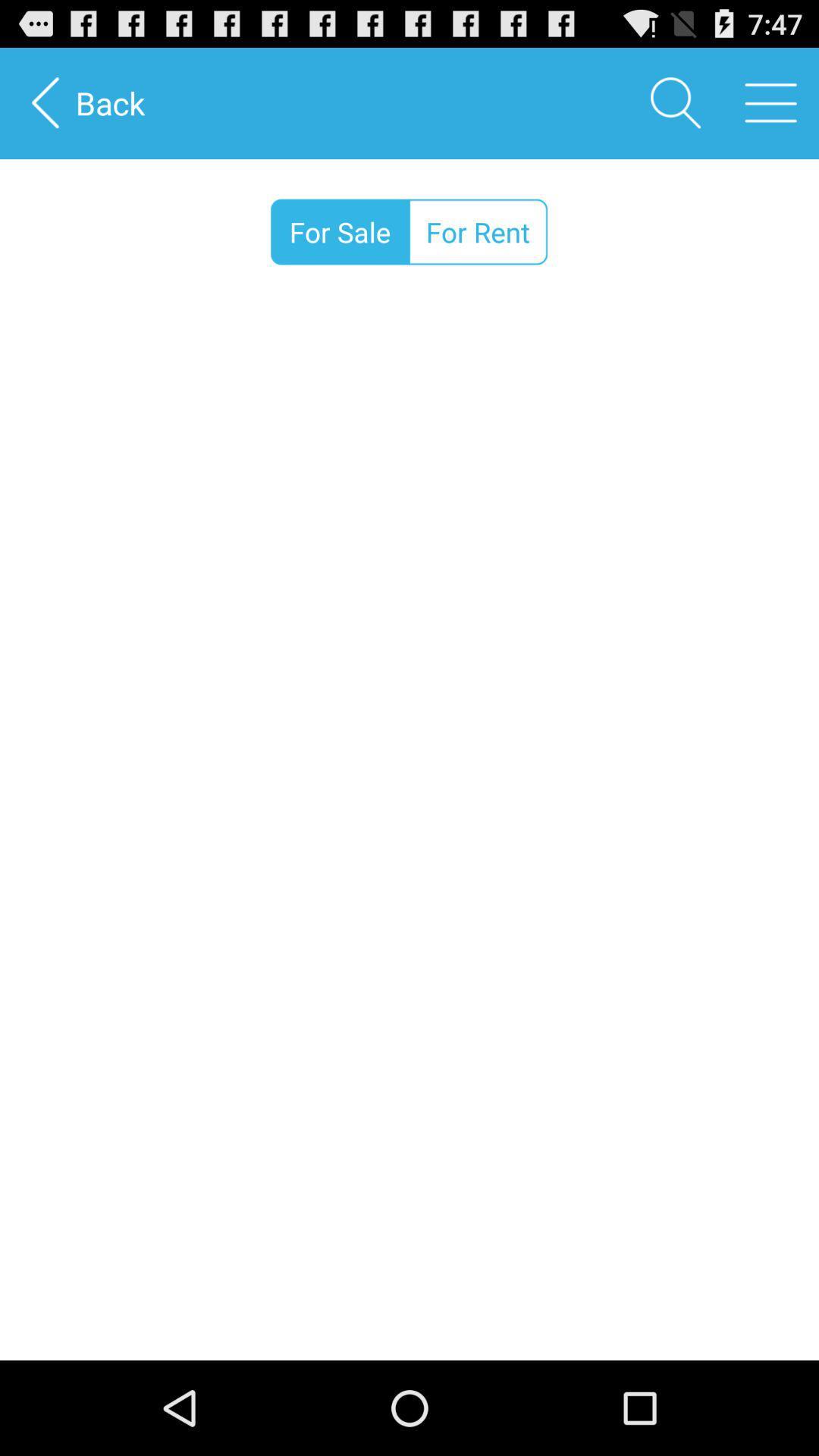 The height and width of the screenshot is (1456, 819). Describe the element at coordinates (675, 102) in the screenshot. I see `the item to the right of the back item` at that location.